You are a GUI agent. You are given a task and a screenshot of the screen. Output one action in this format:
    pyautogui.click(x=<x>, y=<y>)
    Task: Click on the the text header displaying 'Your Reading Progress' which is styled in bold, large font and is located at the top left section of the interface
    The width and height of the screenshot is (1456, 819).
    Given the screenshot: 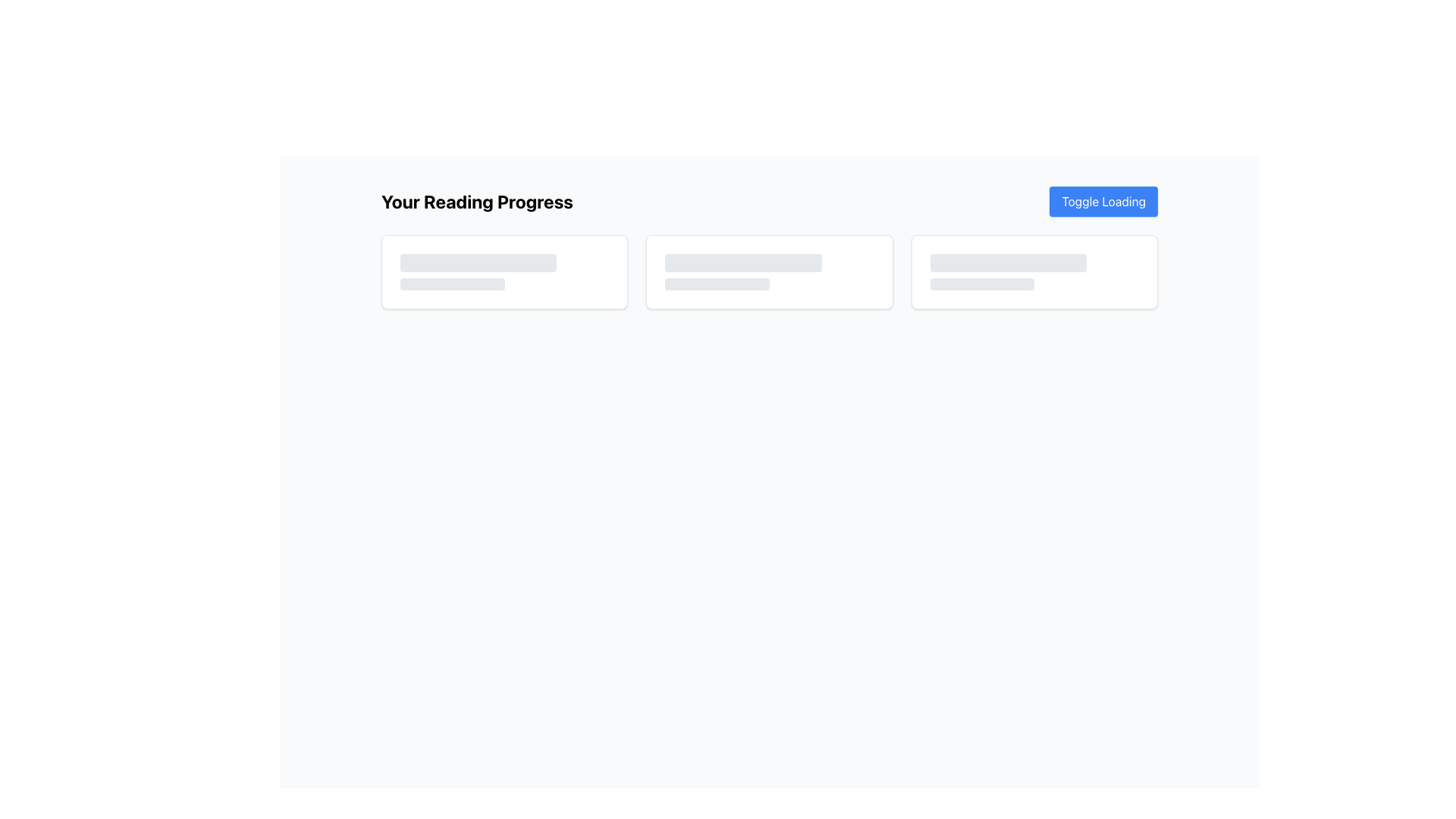 What is the action you would take?
    pyautogui.click(x=476, y=201)
    